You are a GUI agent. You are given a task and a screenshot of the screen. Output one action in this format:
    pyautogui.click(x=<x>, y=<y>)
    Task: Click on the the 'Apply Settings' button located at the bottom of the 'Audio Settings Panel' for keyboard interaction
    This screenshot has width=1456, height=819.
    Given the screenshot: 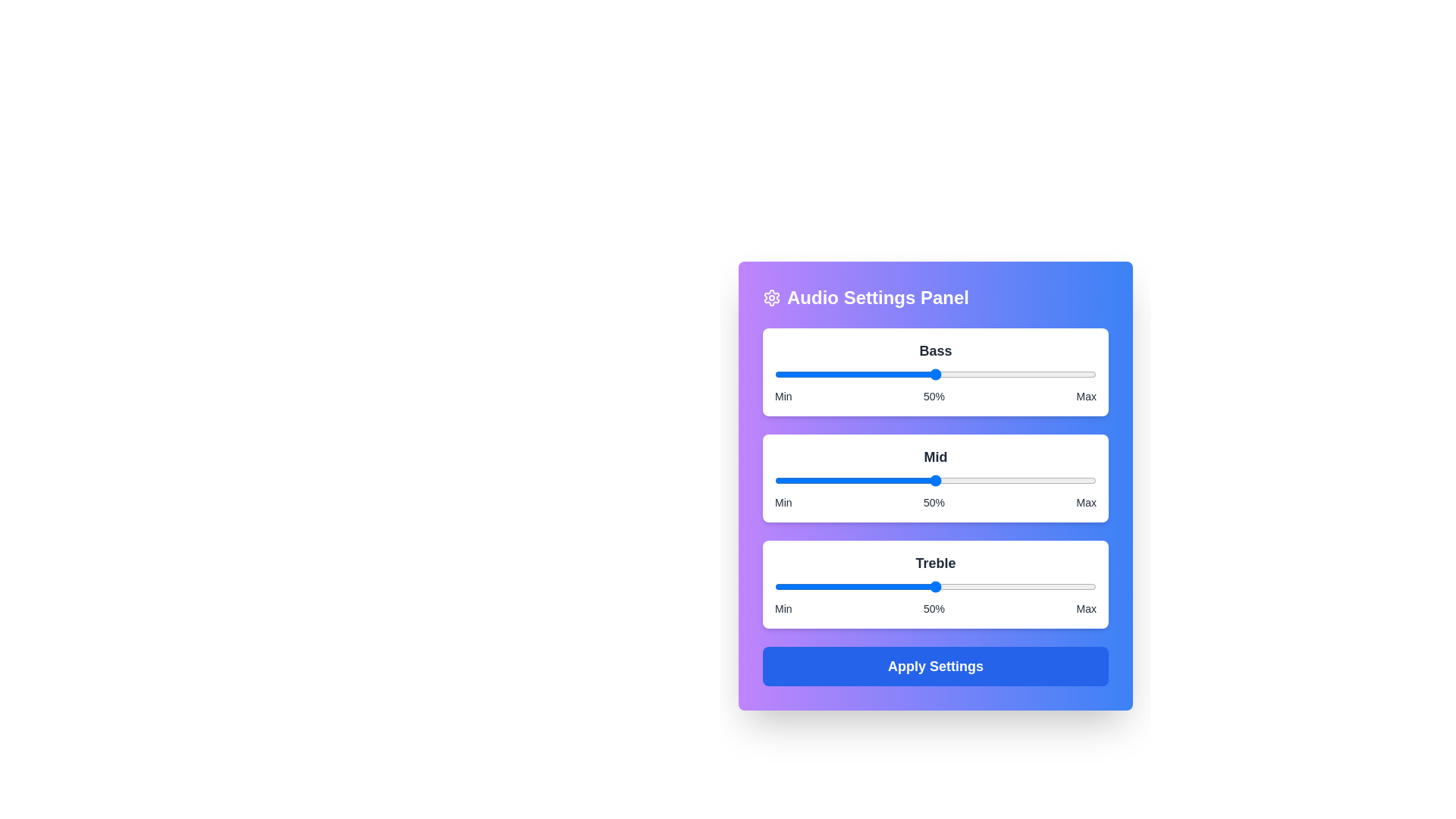 What is the action you would take?
    pyautogui.click(x=934, y=666)
    